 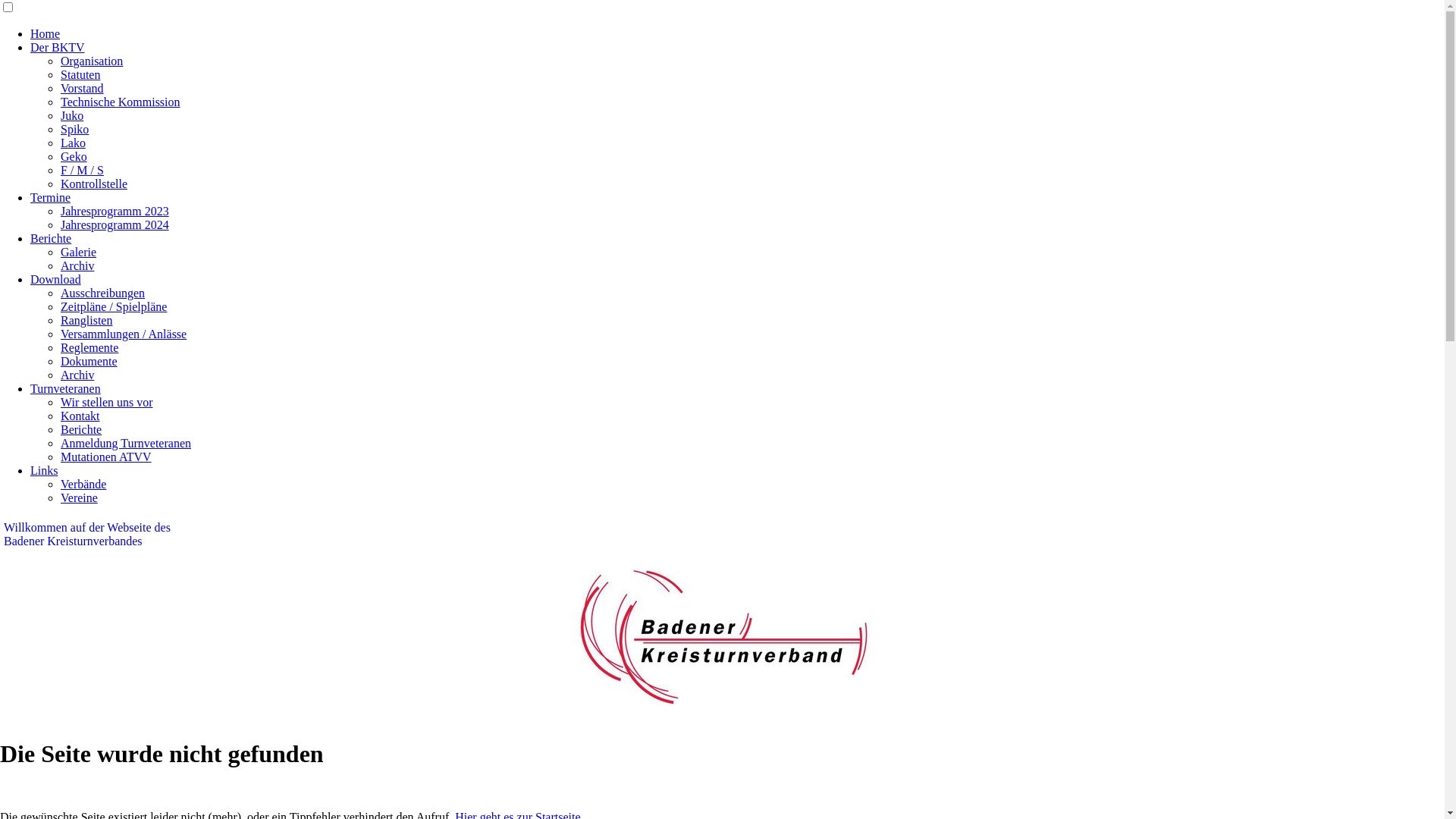 I want to click on 'Willkommen auf der Webseite des, so click(x=86, y=533).